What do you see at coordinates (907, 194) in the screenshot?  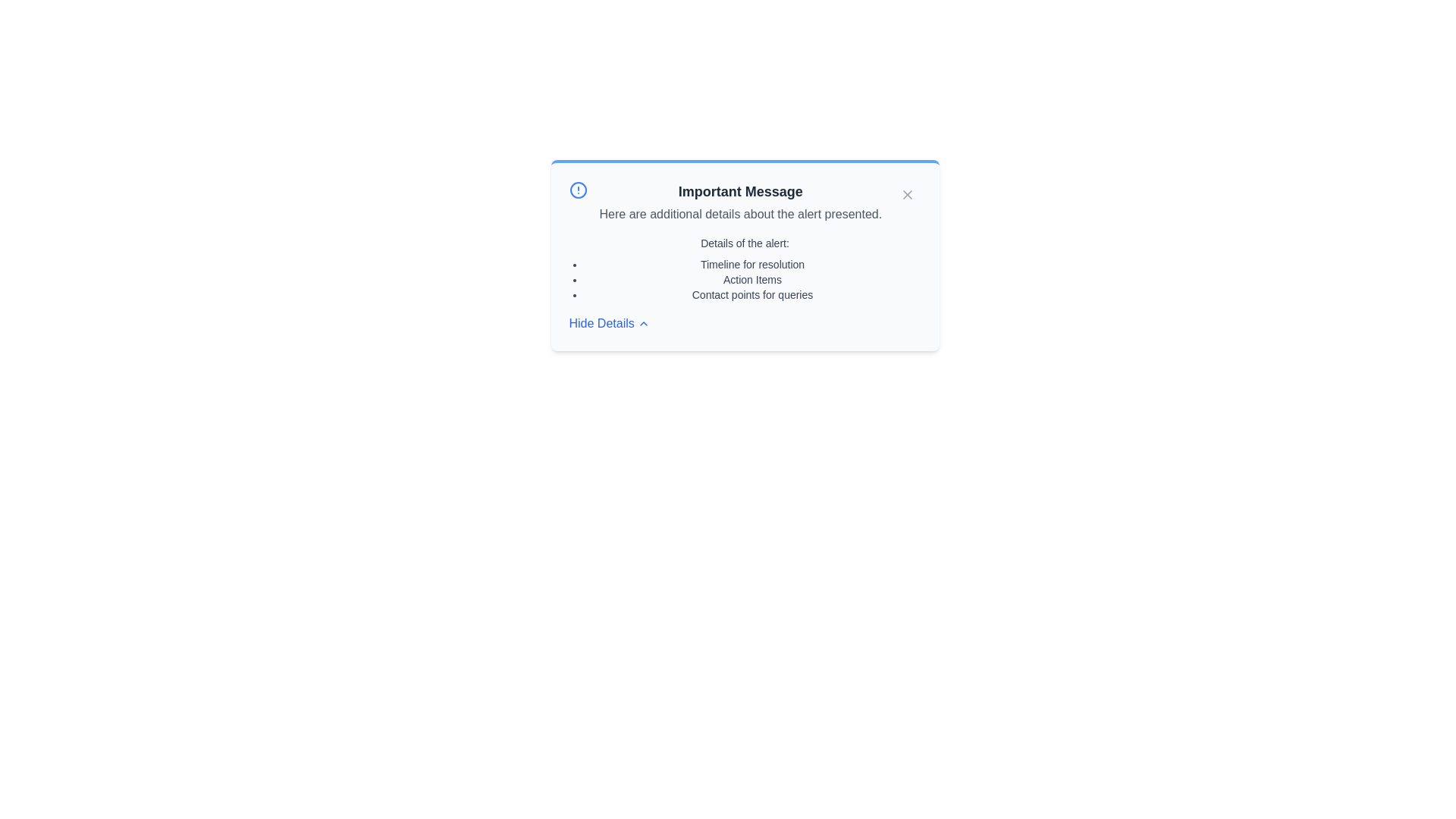 I see `the close button with a cross icon located at the top-right corner of the card containing the 'Important Message' title` at bounding box center [907, 194].